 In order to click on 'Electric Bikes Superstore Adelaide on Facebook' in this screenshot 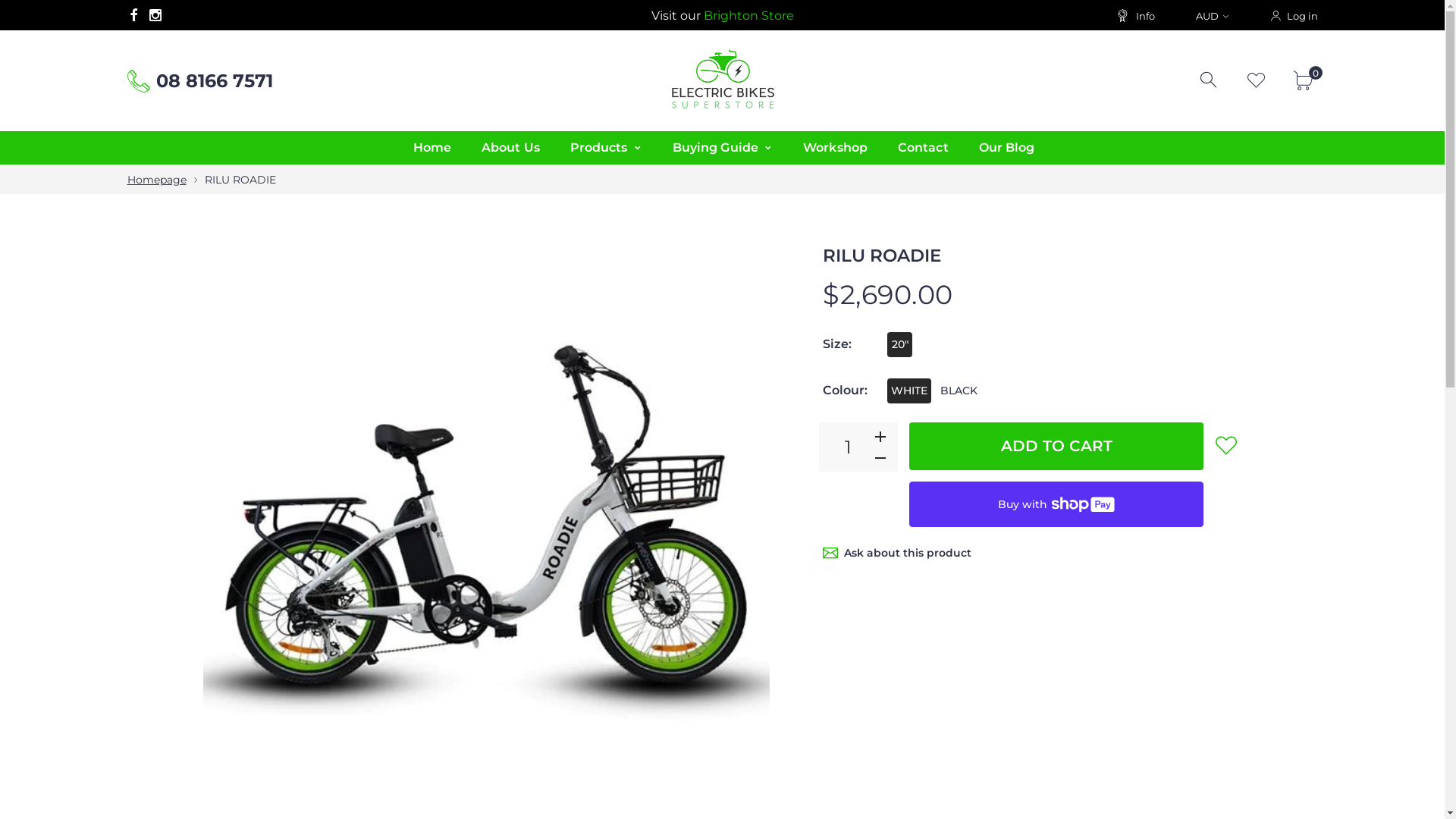, I will do `click(133, 14)`.